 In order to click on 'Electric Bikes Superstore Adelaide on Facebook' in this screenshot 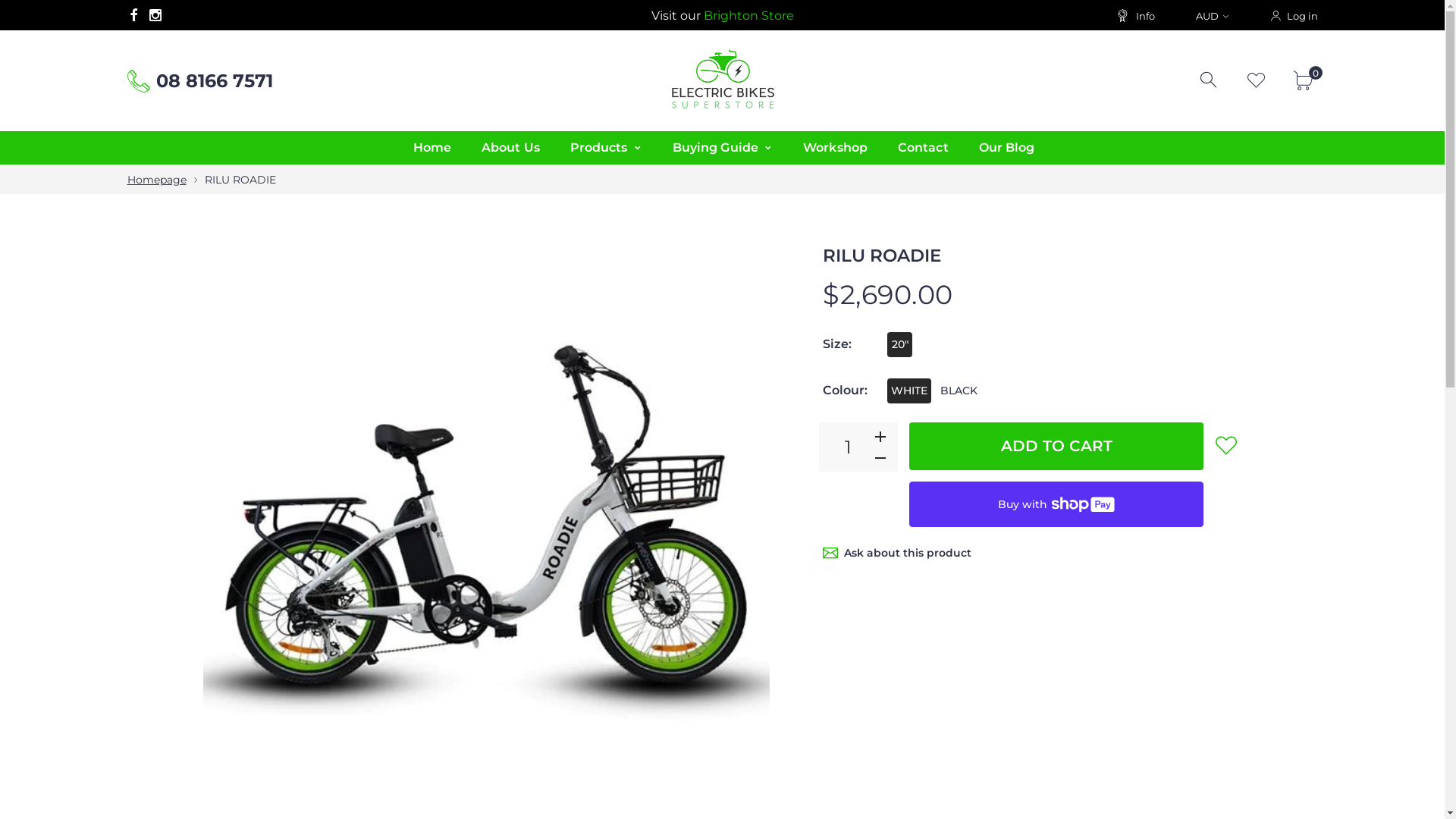, I will do `click(133, 14)`.